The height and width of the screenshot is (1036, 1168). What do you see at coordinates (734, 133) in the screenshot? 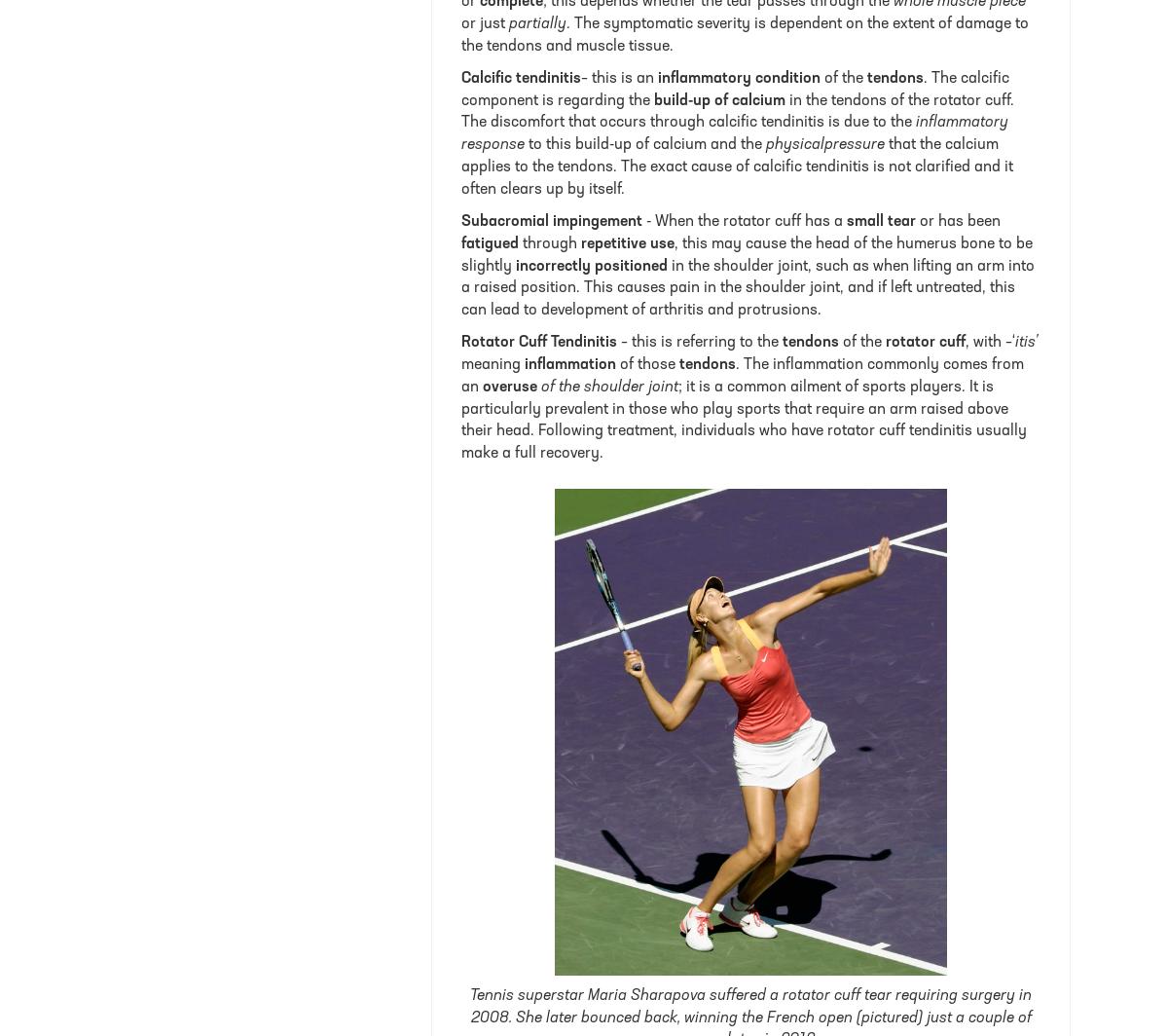
I see `'inflammatory response'` at bounding box center [734, 133].